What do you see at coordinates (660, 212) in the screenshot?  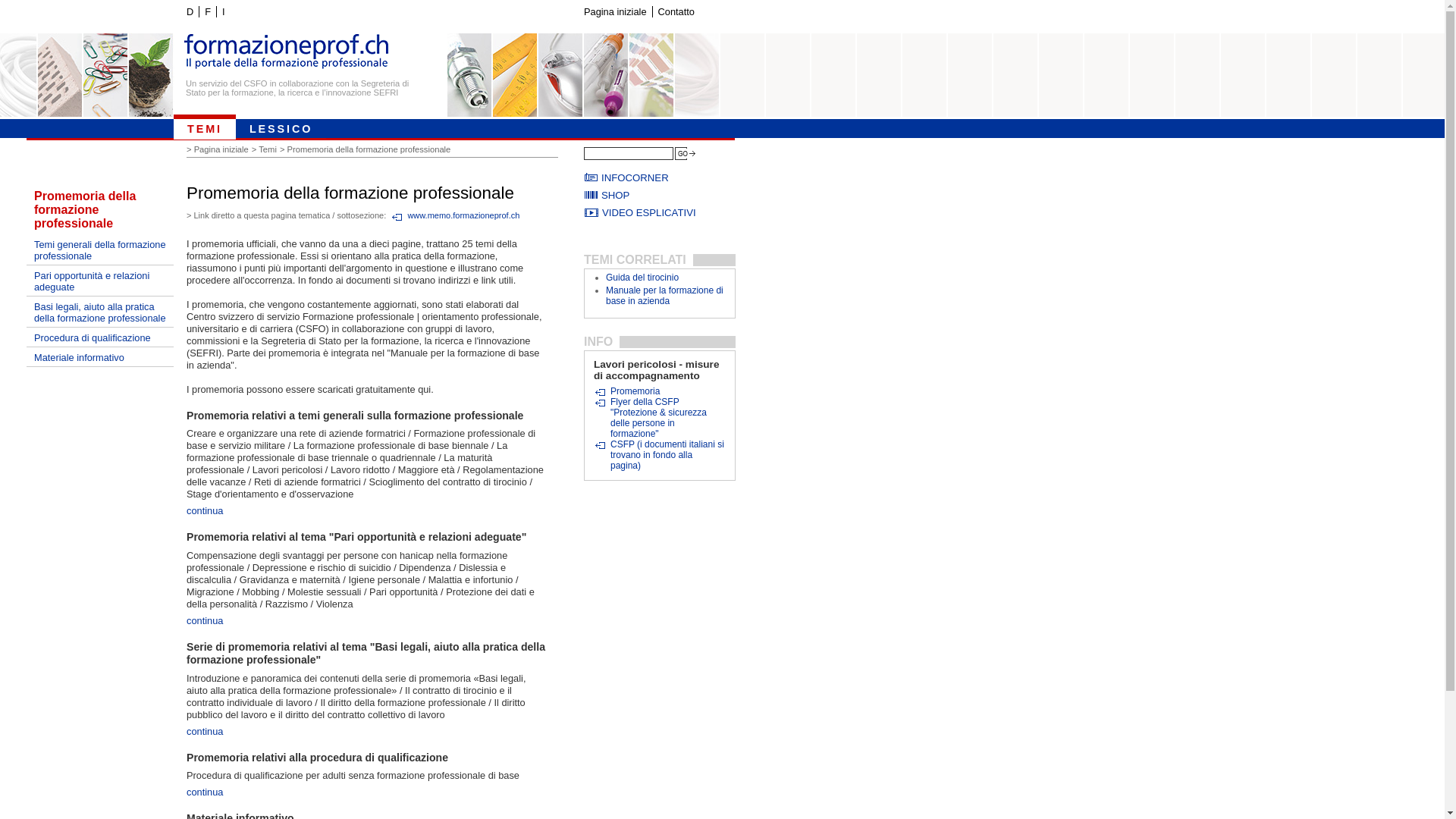 I see `'VIDEO ESPLICATIVI'` at bounding box center [660, 212].